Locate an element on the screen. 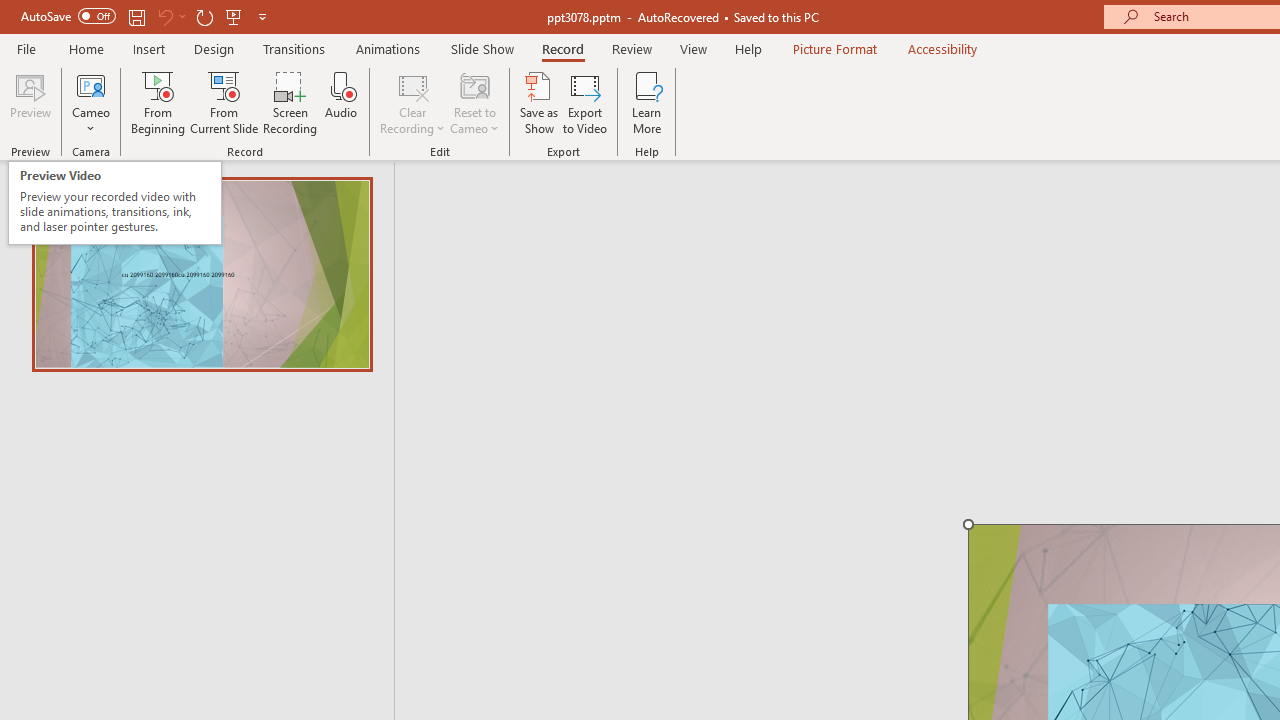  'Learn More' is located at coordinates (647, 103).